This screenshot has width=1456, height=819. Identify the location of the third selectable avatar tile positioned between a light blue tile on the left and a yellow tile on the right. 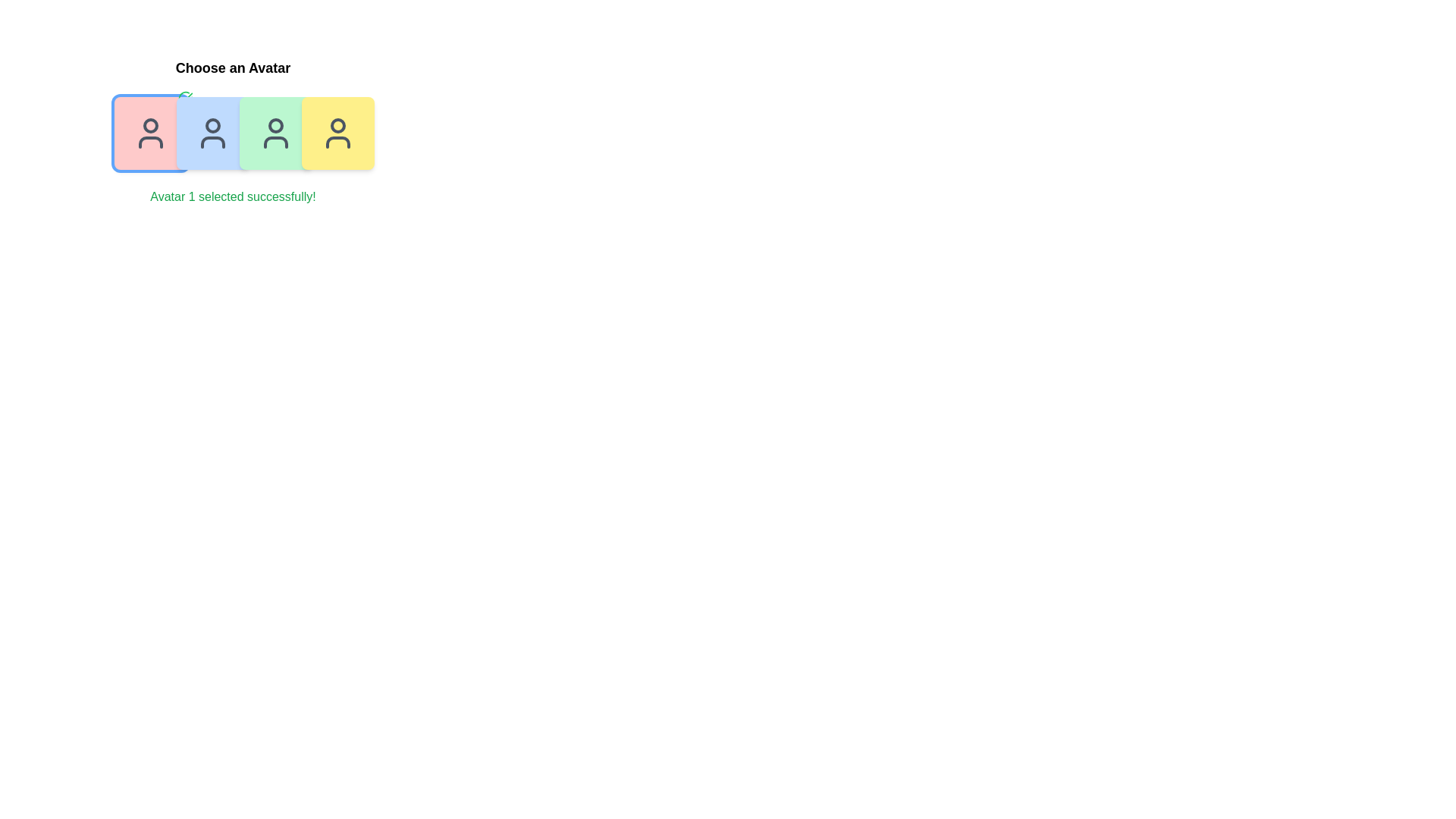
(275, 133).